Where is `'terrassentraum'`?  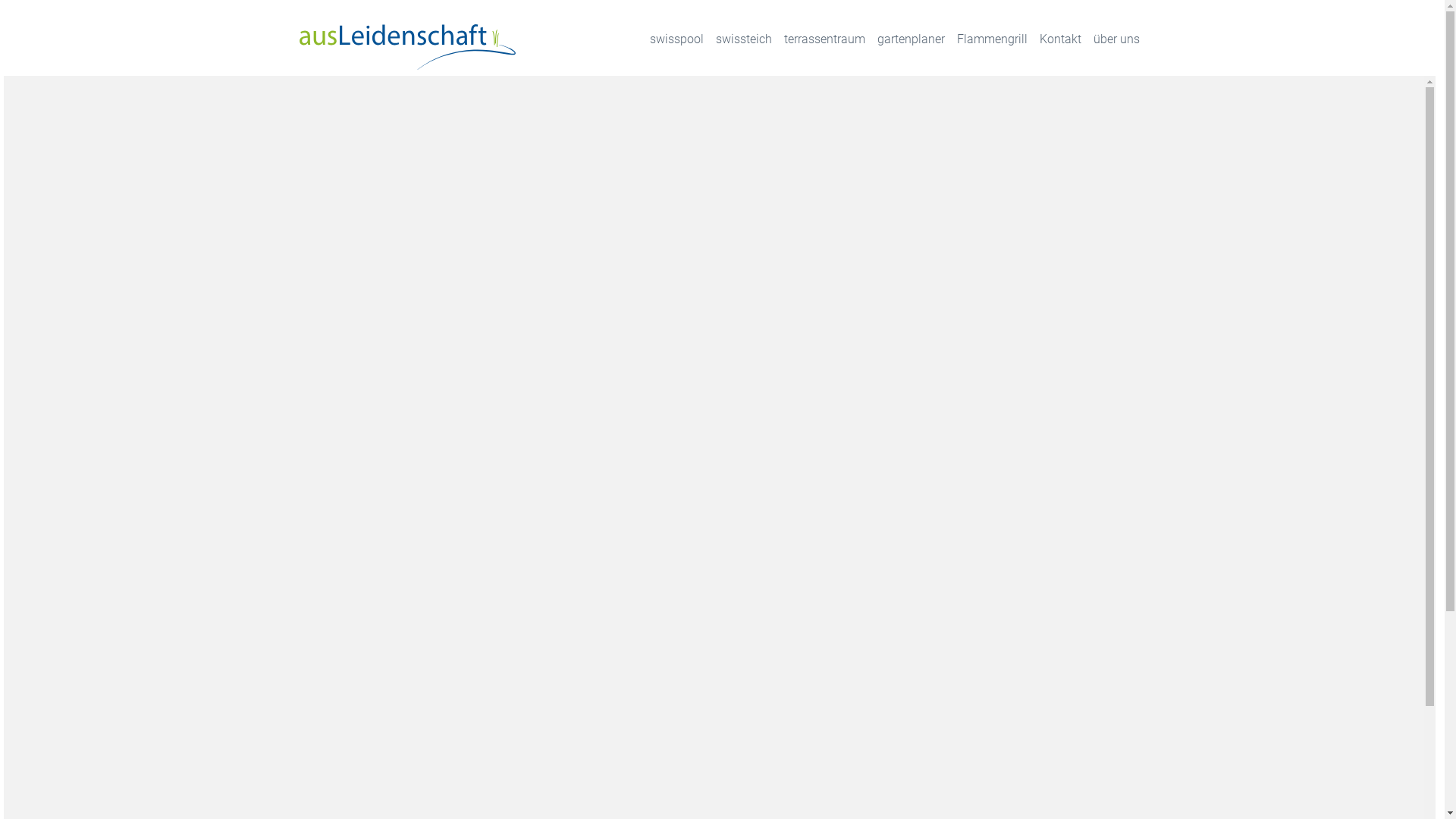
'terrassentraum' is located at coordinates (824, 38).